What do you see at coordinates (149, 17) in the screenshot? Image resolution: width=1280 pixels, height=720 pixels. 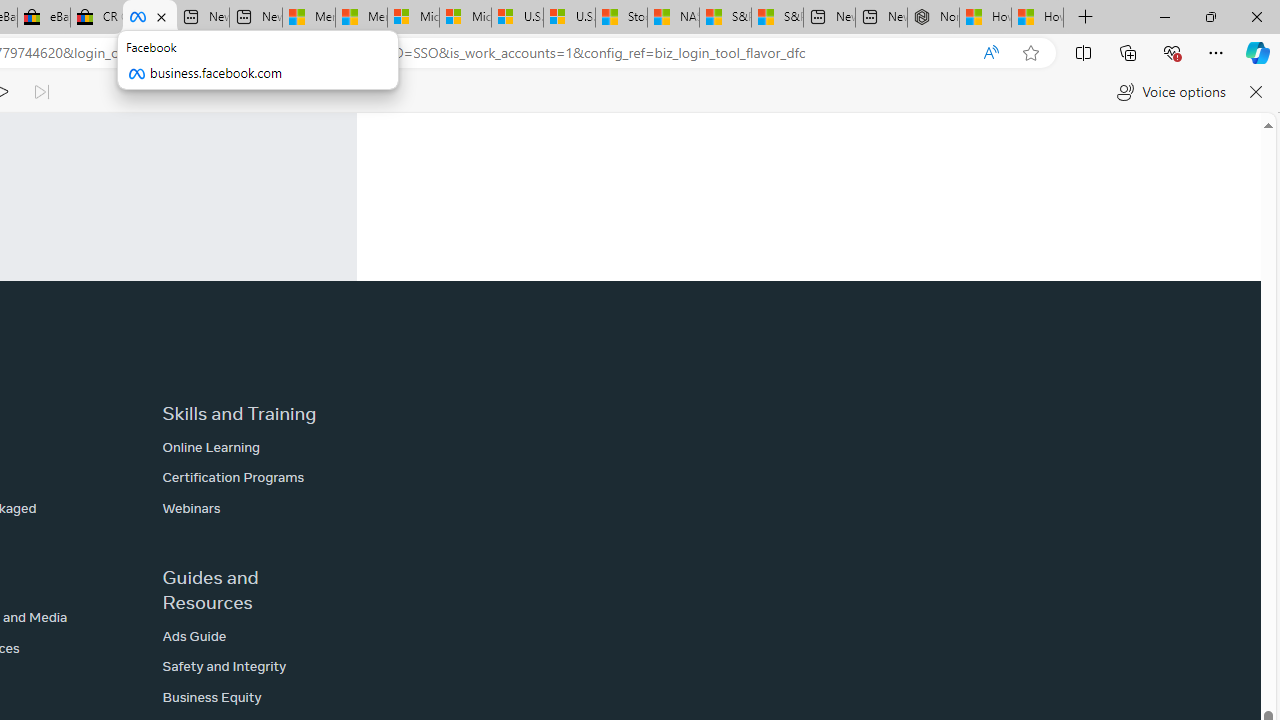 I see `'Facebook'` at bounding box center [149, 17].